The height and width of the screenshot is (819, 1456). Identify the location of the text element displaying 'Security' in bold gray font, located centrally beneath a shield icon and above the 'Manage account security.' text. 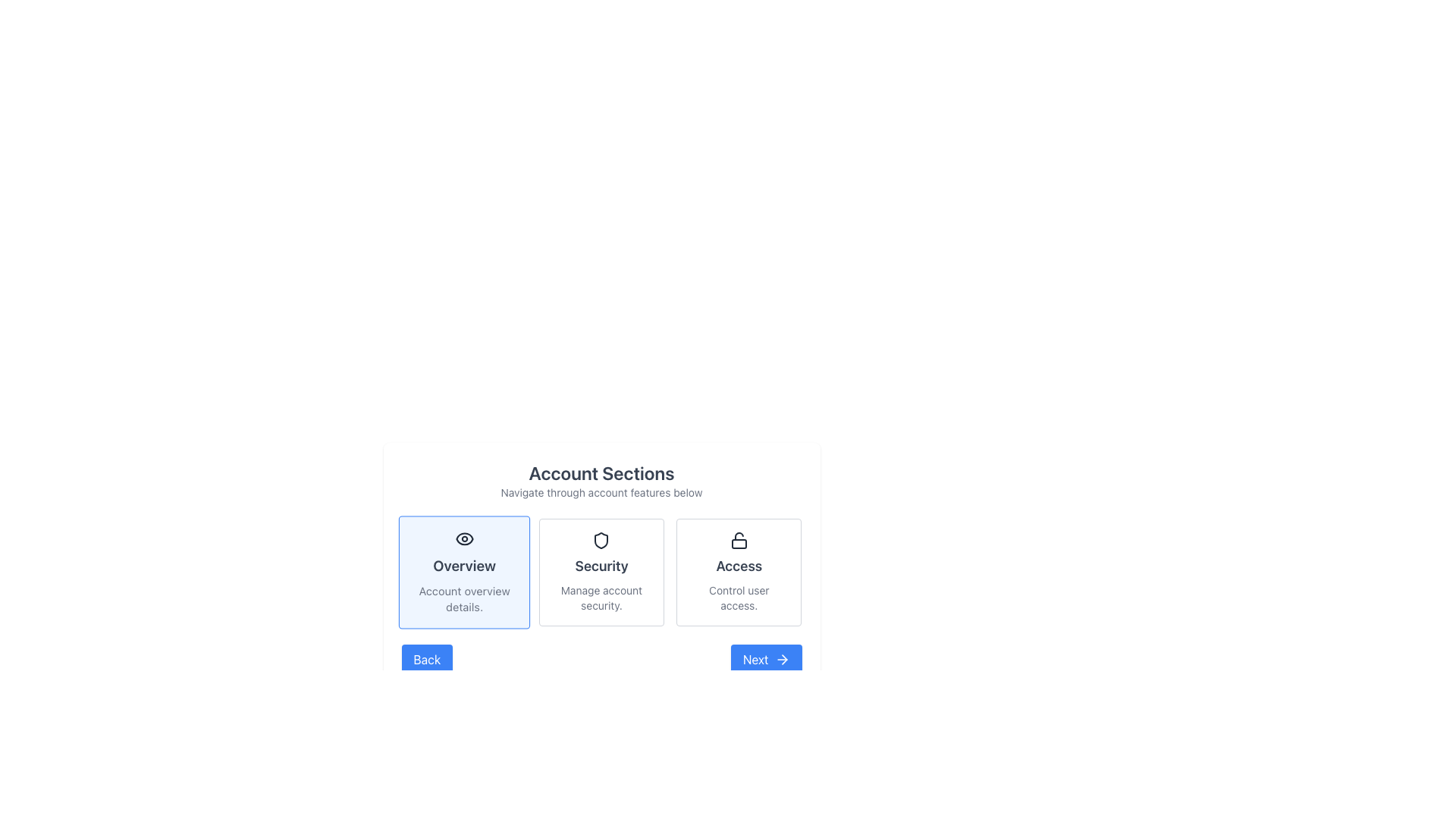
(601, 566).